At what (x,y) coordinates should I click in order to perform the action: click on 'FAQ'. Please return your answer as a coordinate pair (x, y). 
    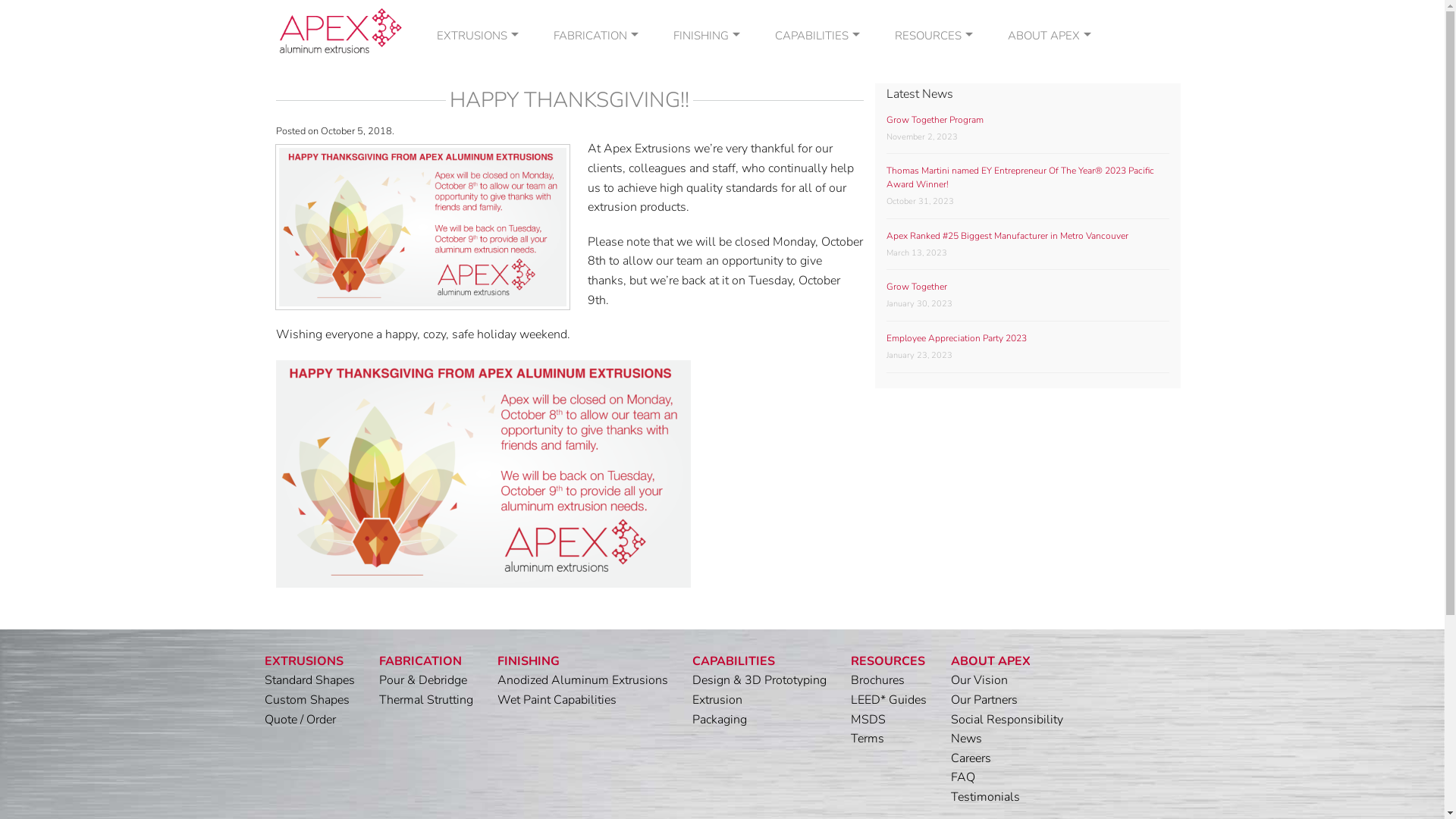
    Looking at the image, I should click on (949, 777).